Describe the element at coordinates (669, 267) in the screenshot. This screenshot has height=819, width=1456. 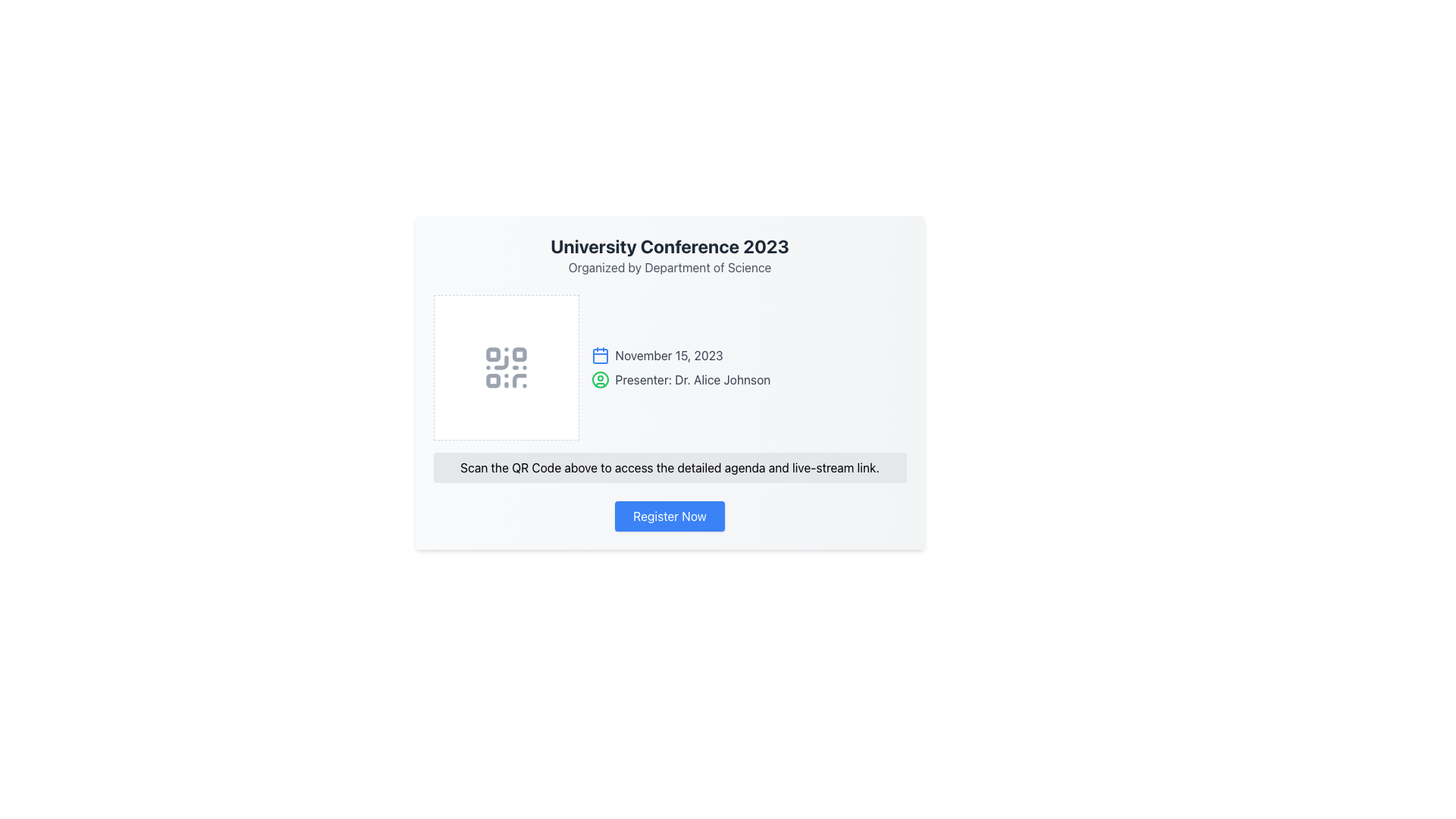
I see `text label providing organizational details about the event located below the title 'University Conference 2023'` at that location.